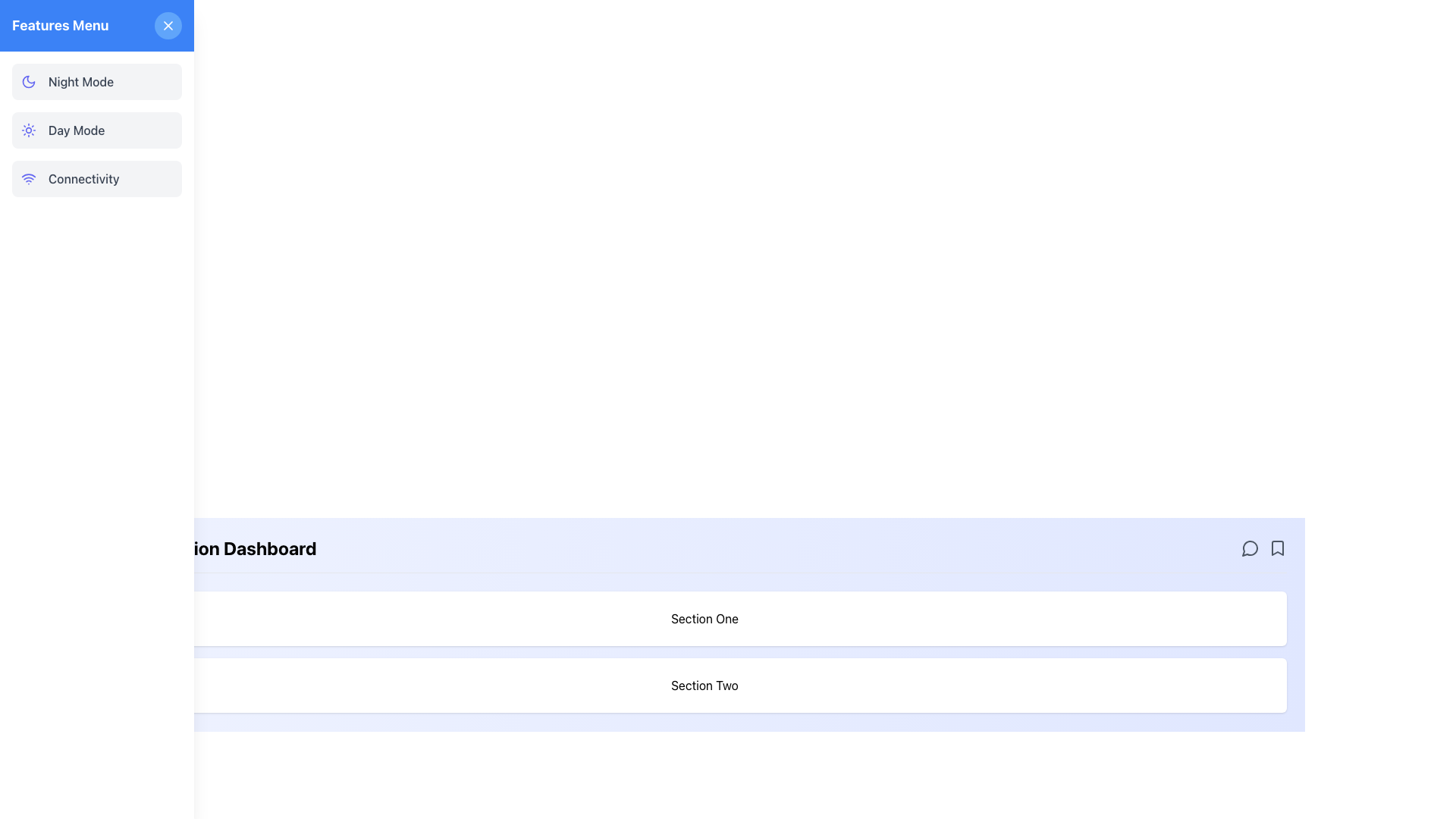  Describe the element at coordinates (29, 177) in the screenshot. I see `the decorative icon associated with the 'Connectivity' option in the left vertical navigation menu, located adjacent to the 'Connectivity' button` at that location.